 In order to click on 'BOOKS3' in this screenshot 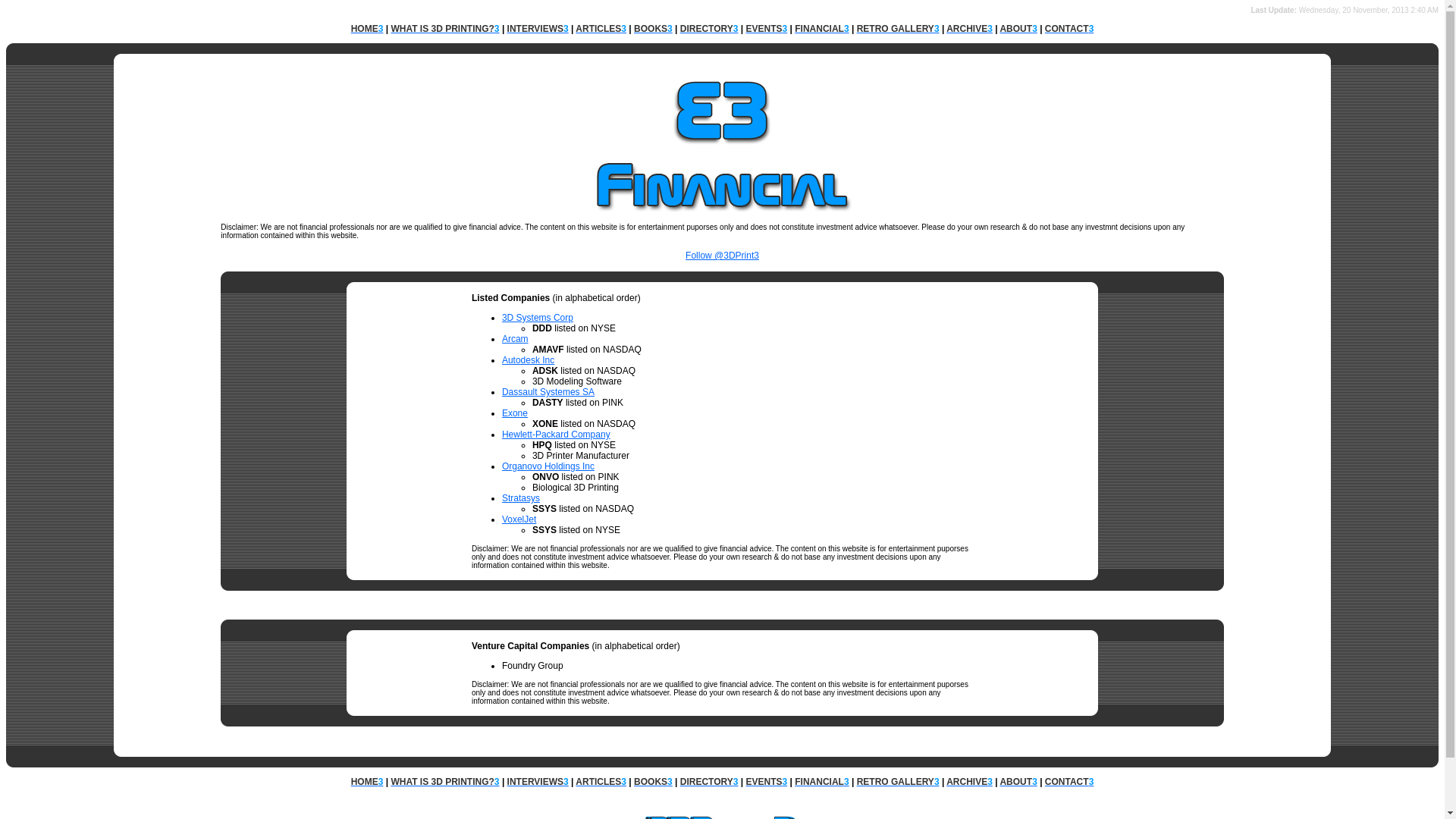, I will do `click(653, 781)`.